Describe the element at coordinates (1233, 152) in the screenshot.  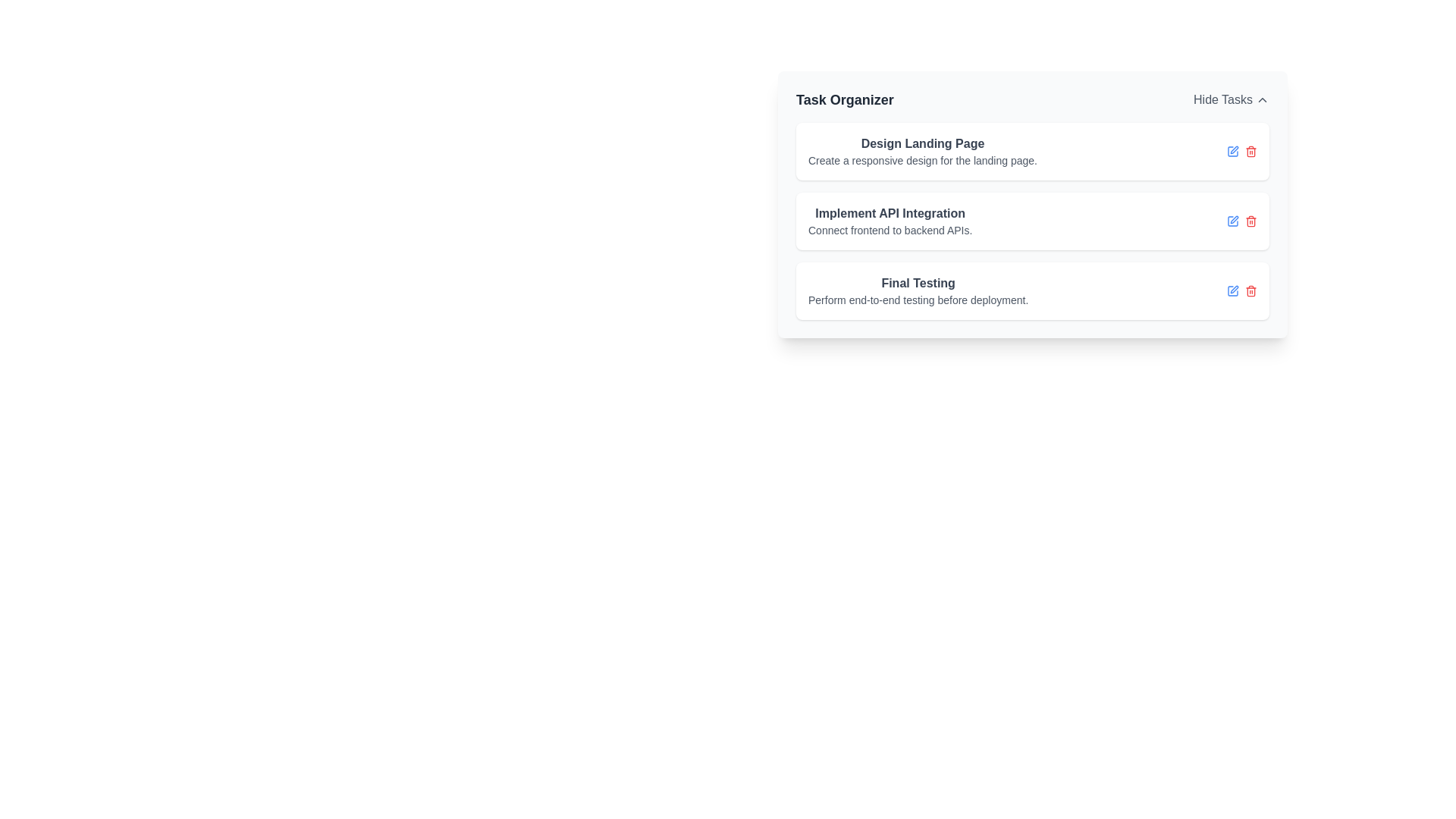
I see `the square icon located on the right side of the 'Design Landing Page' task row for icon-related functionality` at that location.